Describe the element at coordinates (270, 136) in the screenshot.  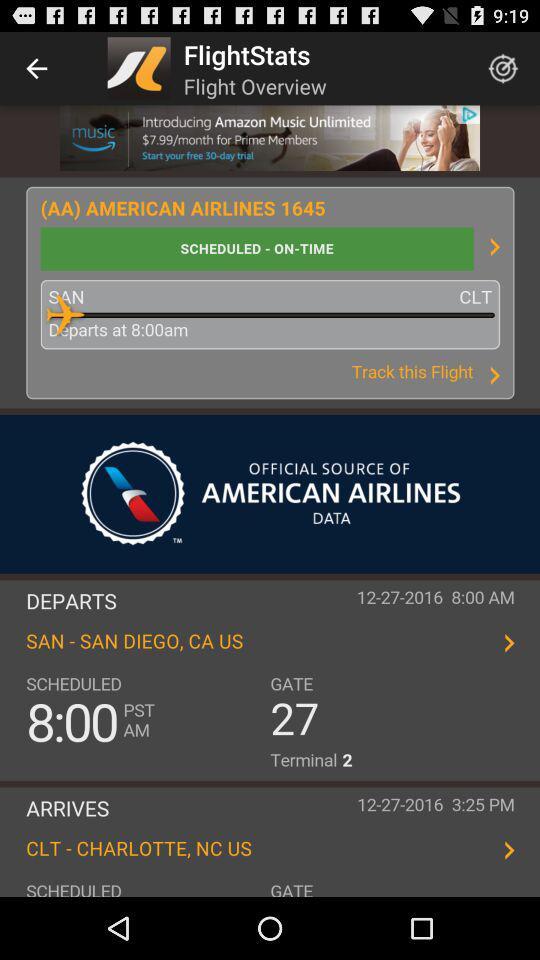
I see `prime music` at that location.